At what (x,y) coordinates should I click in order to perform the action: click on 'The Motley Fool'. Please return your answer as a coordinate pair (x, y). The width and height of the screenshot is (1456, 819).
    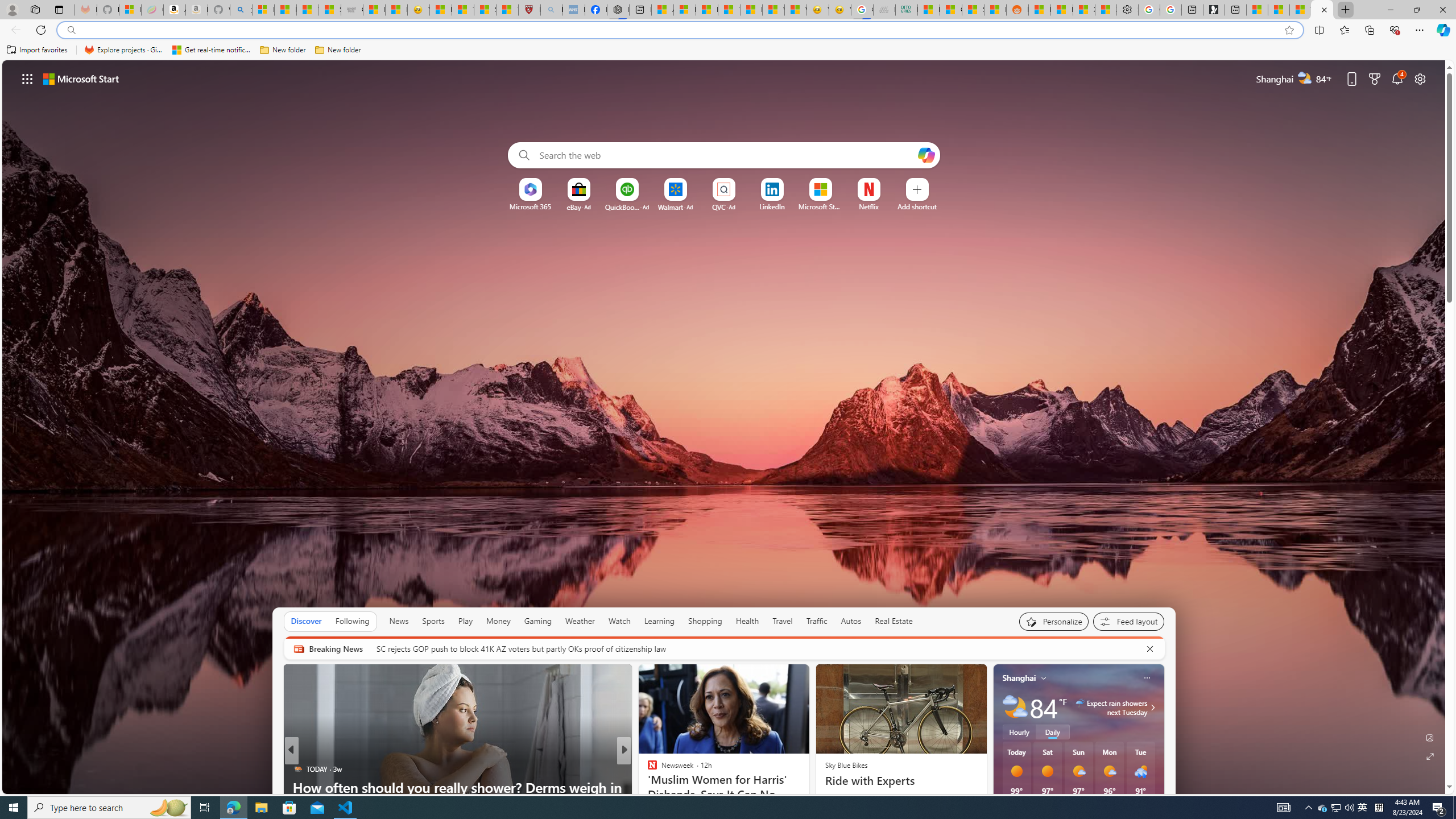
    Looking at the image, I should click on (647, 768).